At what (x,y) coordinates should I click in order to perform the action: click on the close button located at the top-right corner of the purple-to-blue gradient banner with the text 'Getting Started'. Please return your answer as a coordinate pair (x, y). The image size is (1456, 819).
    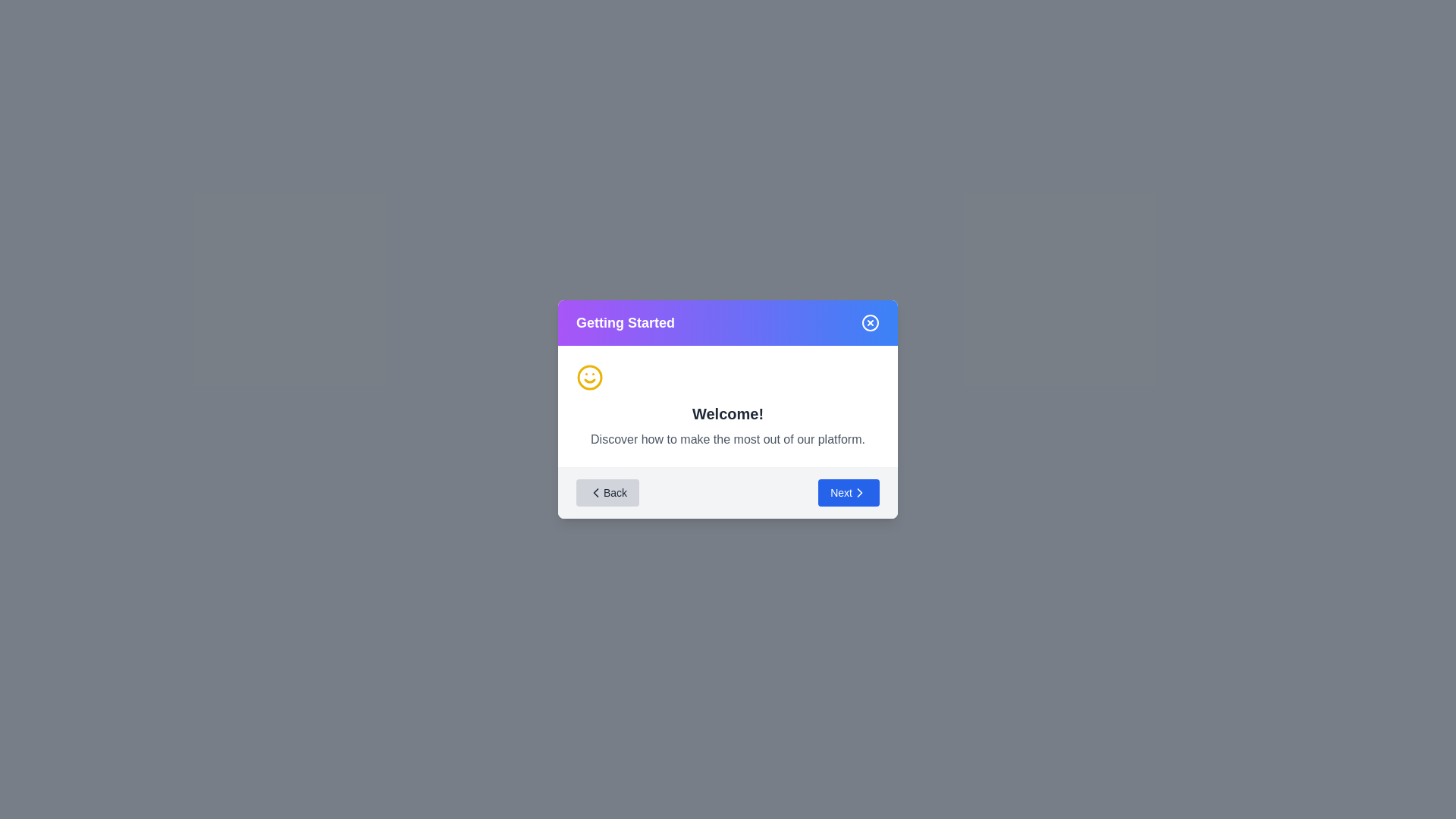
    Looking at the image, I should click on (870, 322).